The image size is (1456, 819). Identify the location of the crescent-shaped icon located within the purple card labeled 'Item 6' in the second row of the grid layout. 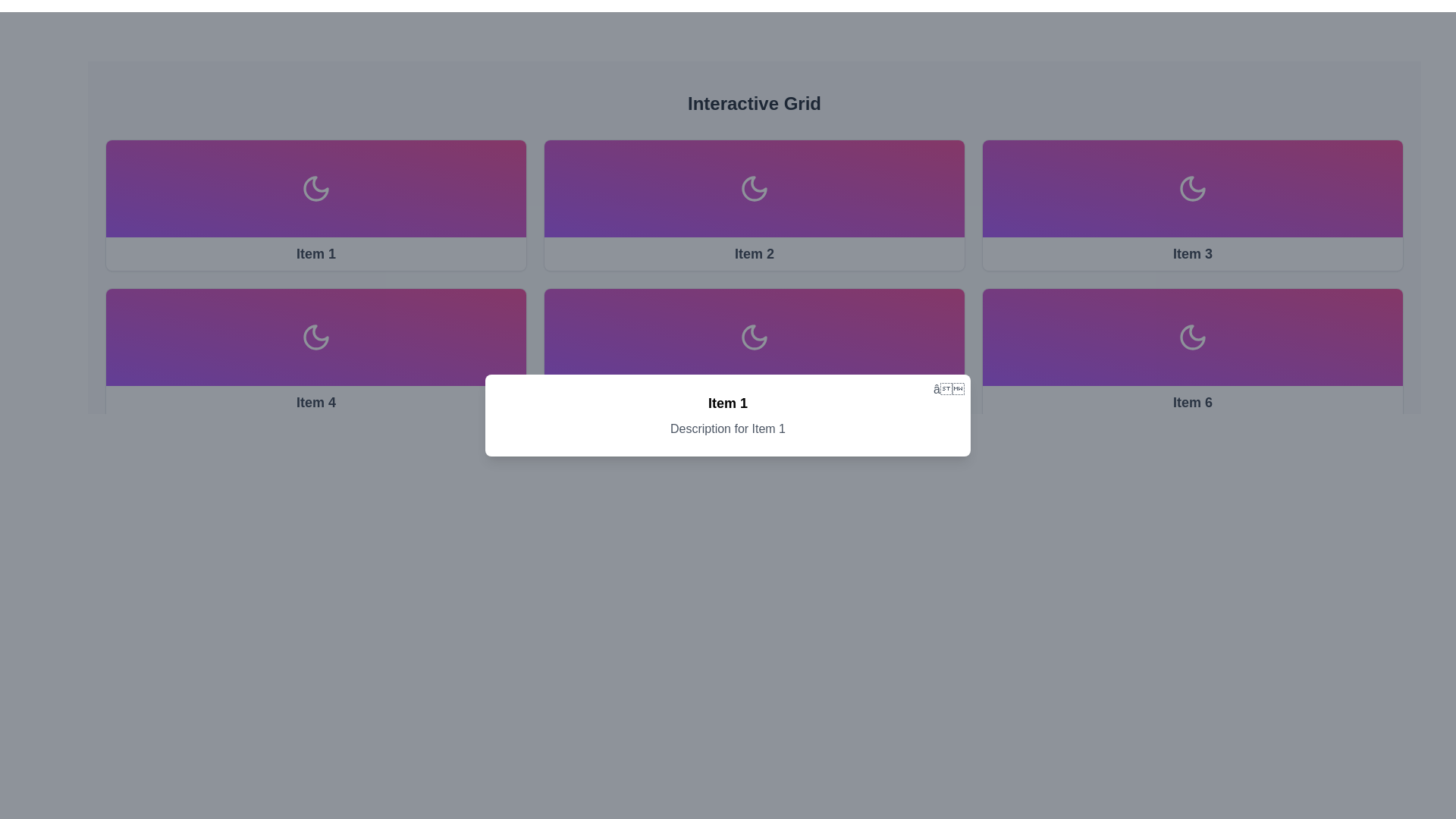
(1192, 336).